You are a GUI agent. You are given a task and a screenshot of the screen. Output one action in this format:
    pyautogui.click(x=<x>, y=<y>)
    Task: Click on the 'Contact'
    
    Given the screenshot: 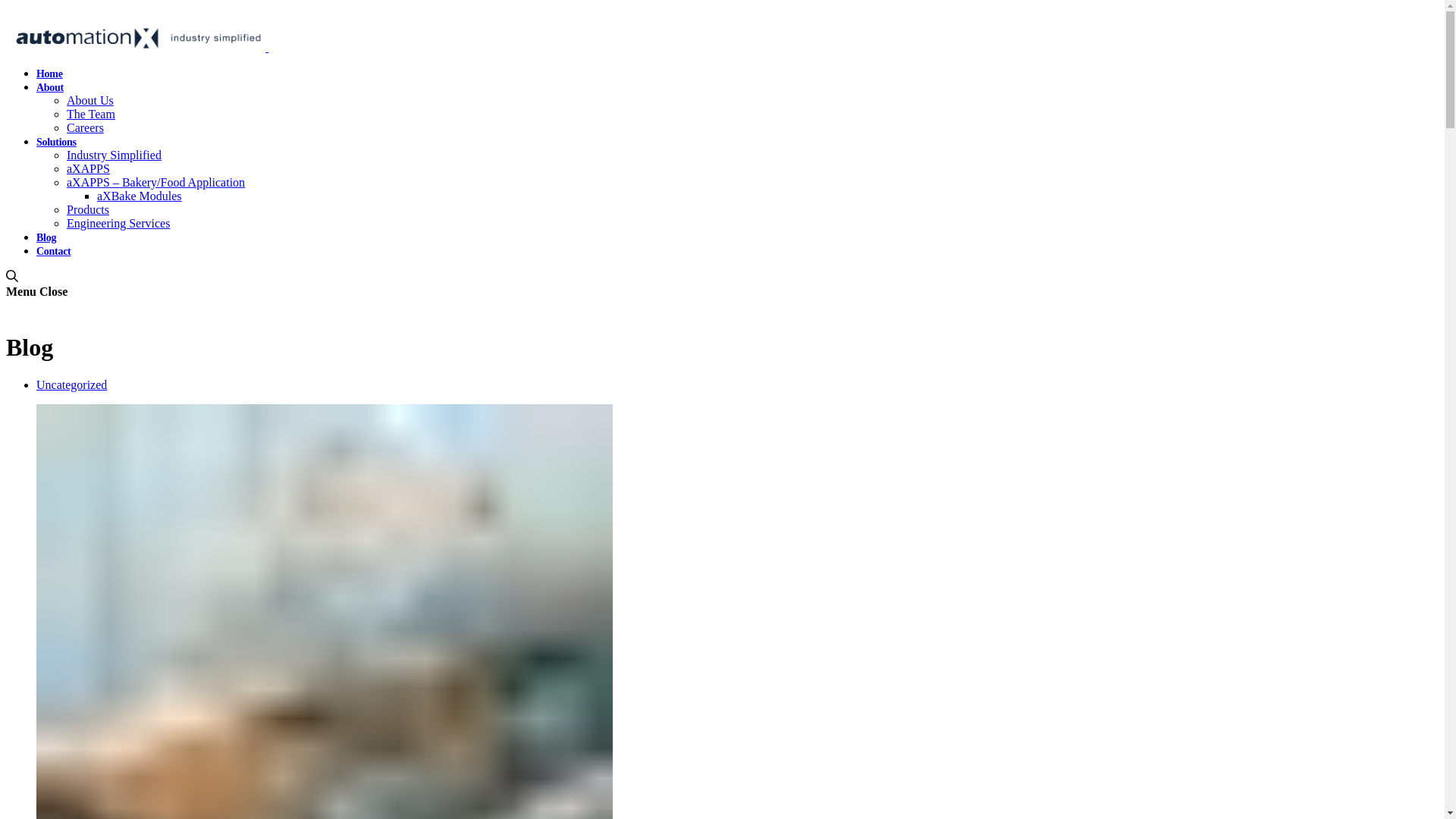 What is the action you would take?
    pyautogui.click(x=53, y=250)
    